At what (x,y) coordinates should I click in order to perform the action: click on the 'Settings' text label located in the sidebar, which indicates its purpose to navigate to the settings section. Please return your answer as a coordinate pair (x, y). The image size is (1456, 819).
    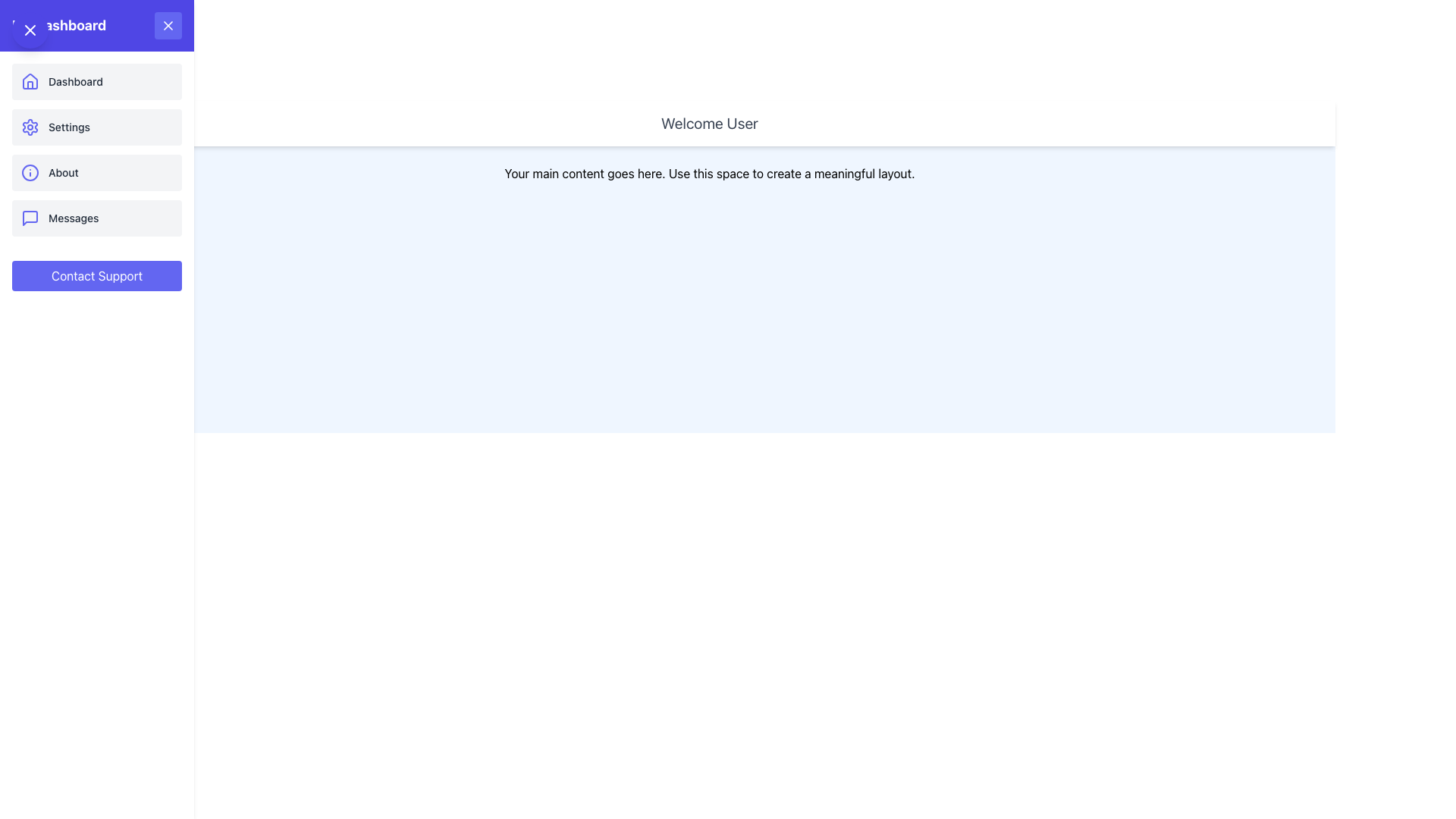
    Looking at the image, I should click on (68, 127).